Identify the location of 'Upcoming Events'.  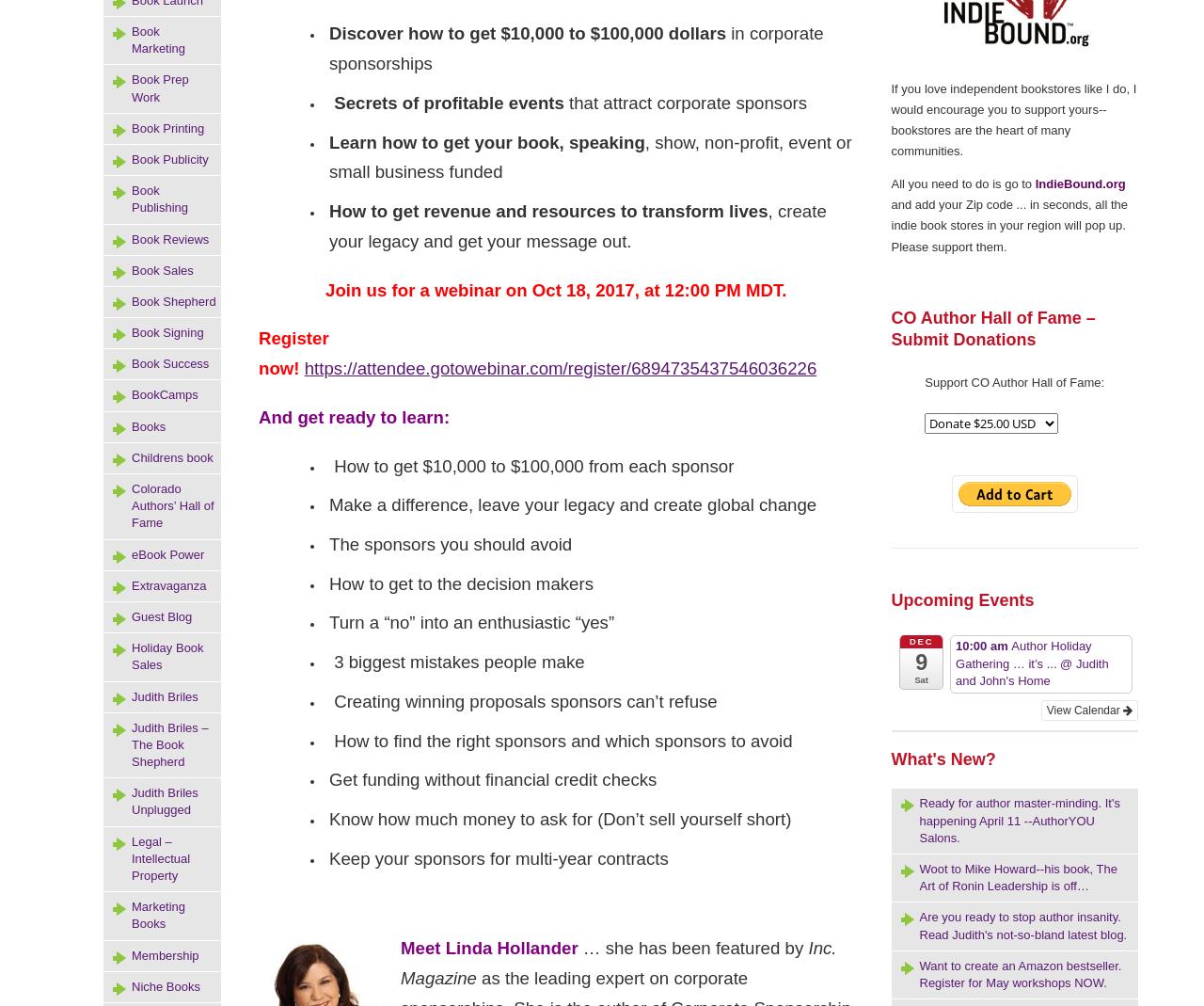
(961, 599).